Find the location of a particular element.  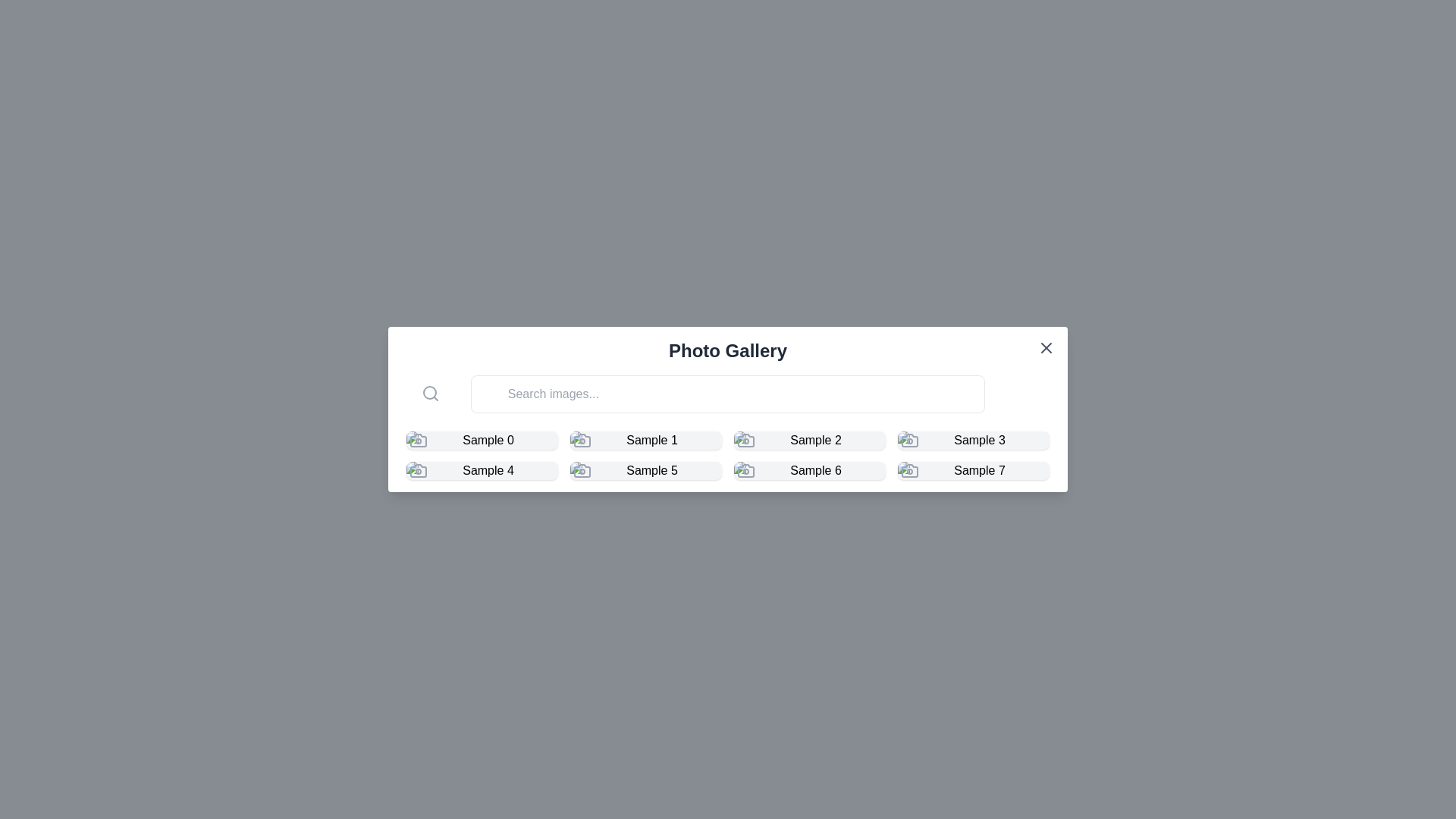

the search bar input field located below the 'Photo Gallery' title to focus the input field is located at coordinates (728, 394).